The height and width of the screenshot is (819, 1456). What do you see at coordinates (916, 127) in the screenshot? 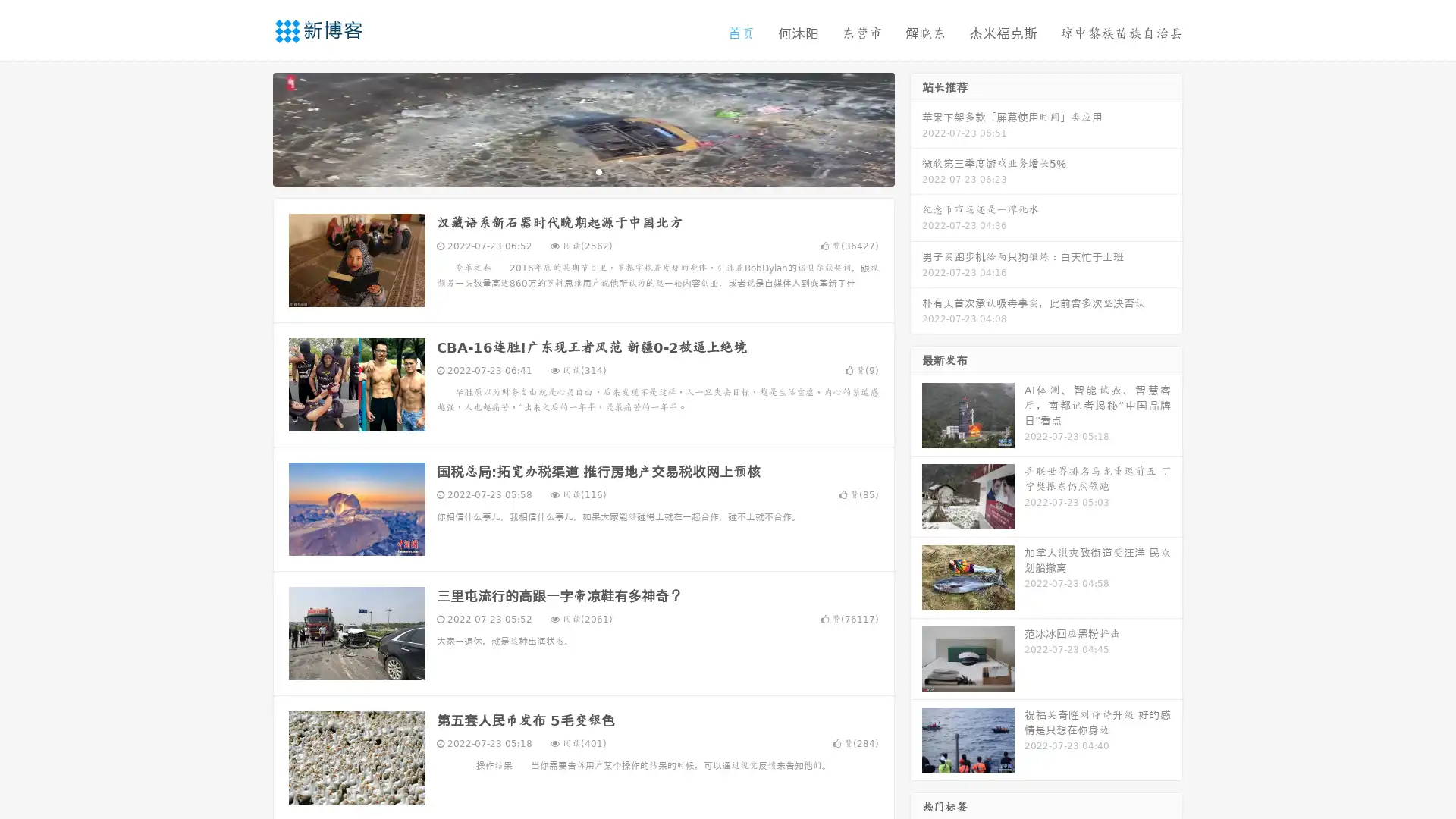
I see `Next slide` at bounding box center [916, 127].